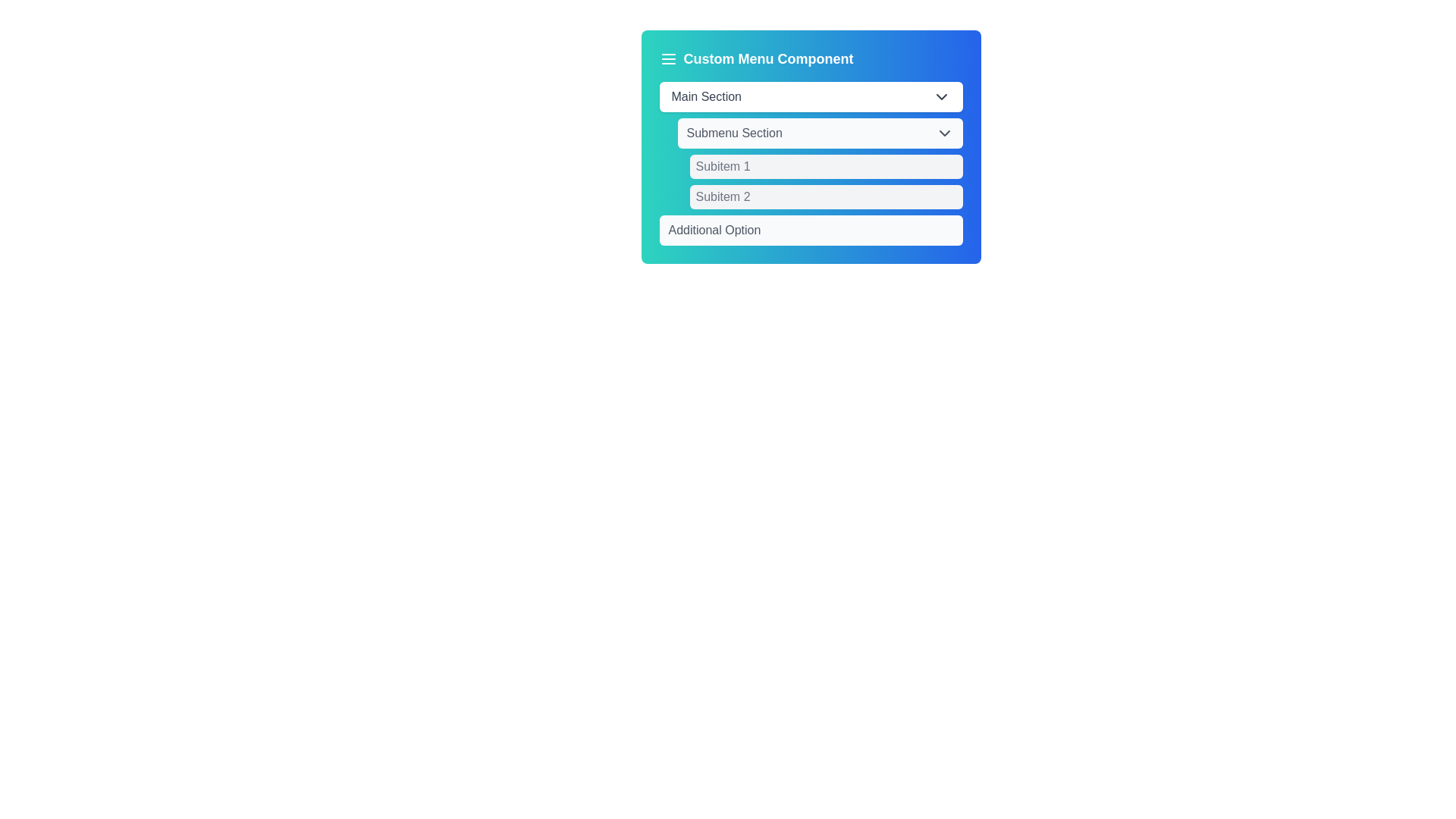 This screenshot has height=819, width=1456. Describe the element at coordinates (810, 96) in the screenshot. I see `the dropdown menu trigger located below the title of the 'Custom Menu Component'` at that location.